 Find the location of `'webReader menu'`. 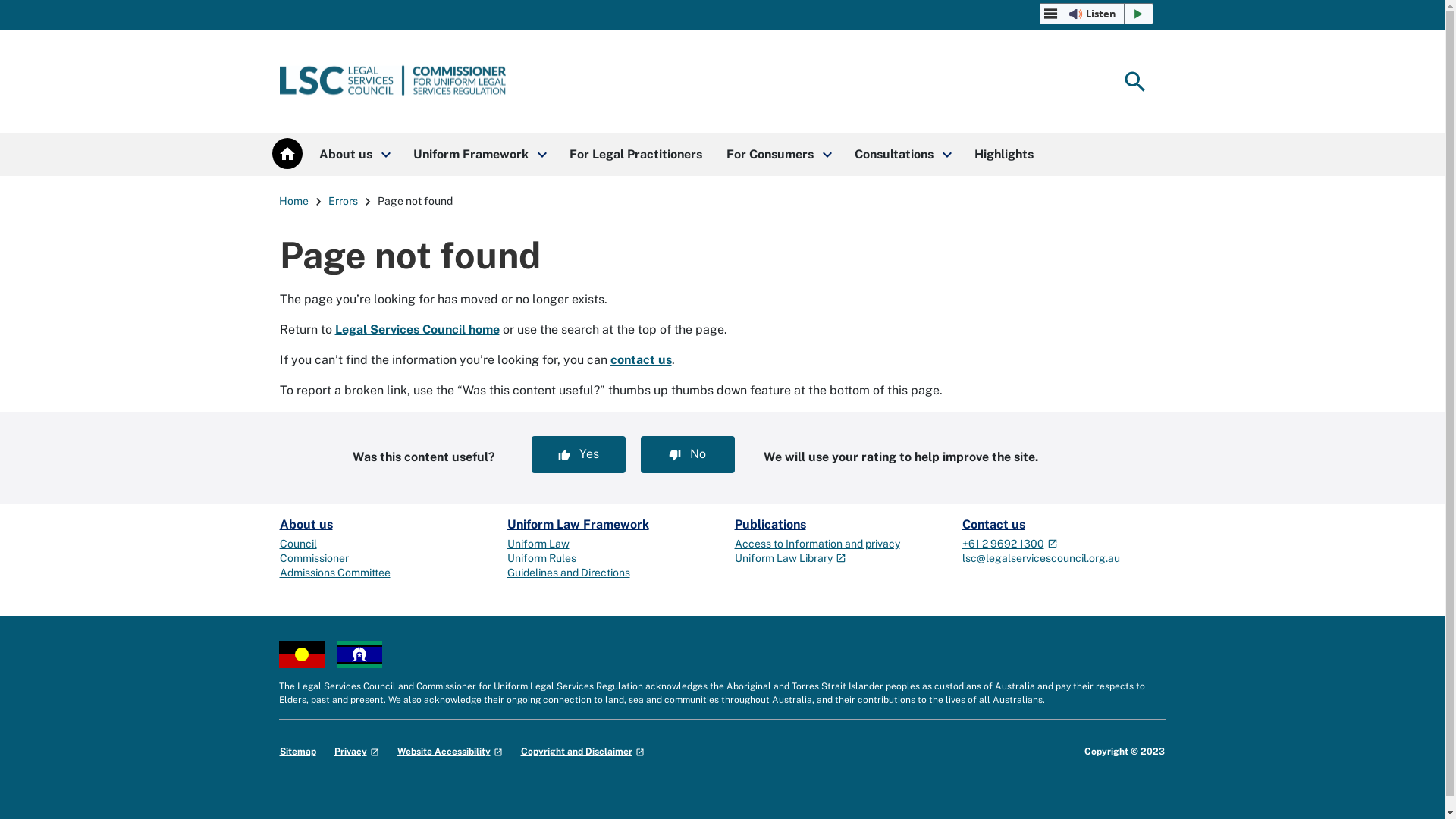

'webReader menu' is located at coordinates (1050, 14).